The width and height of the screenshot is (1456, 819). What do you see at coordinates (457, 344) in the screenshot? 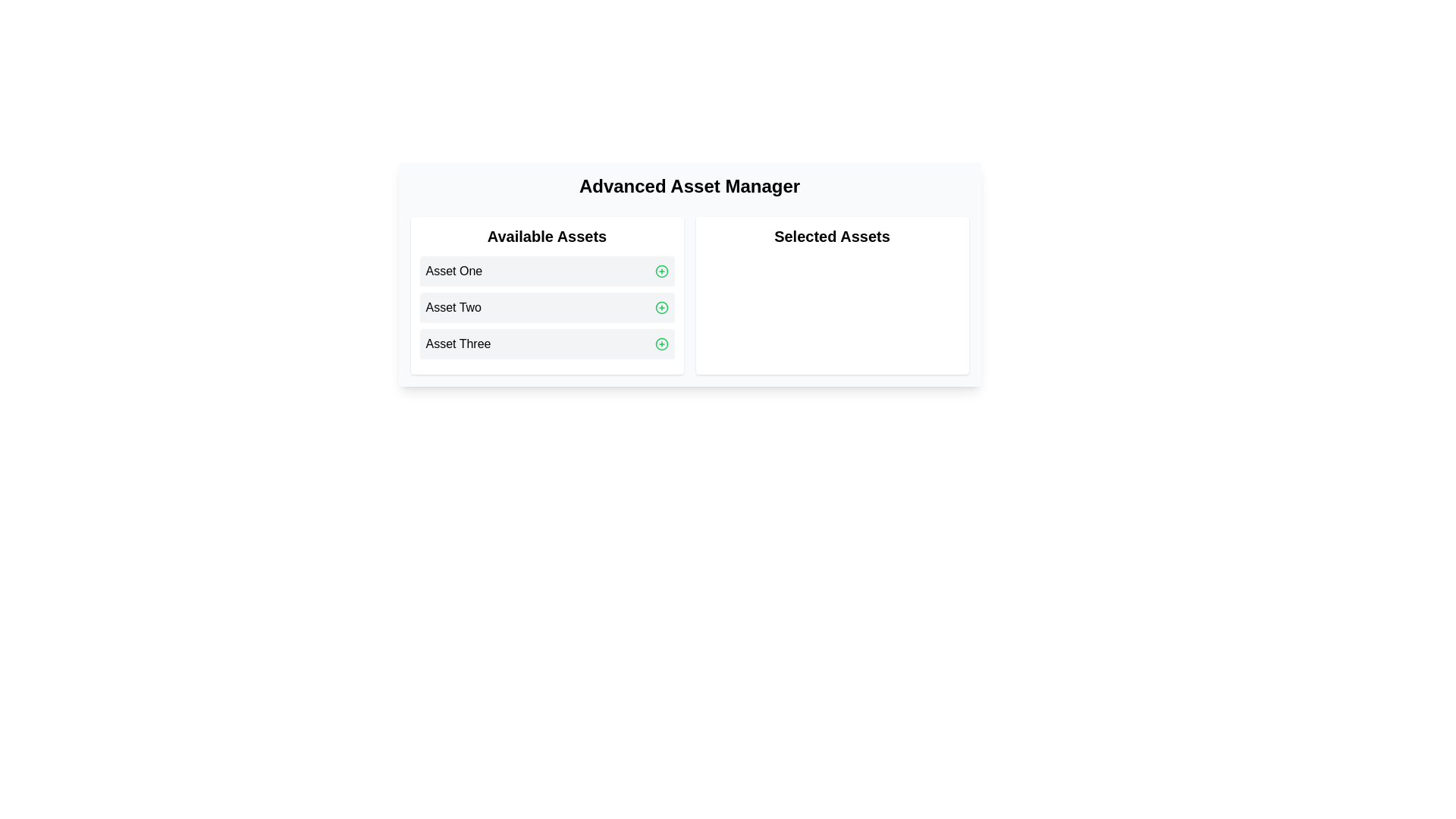
I see `the label 'Asset Three' which serves as an identifier for the available asset in the list under the 'Available Assets' column` at bounding box center [457, 344].